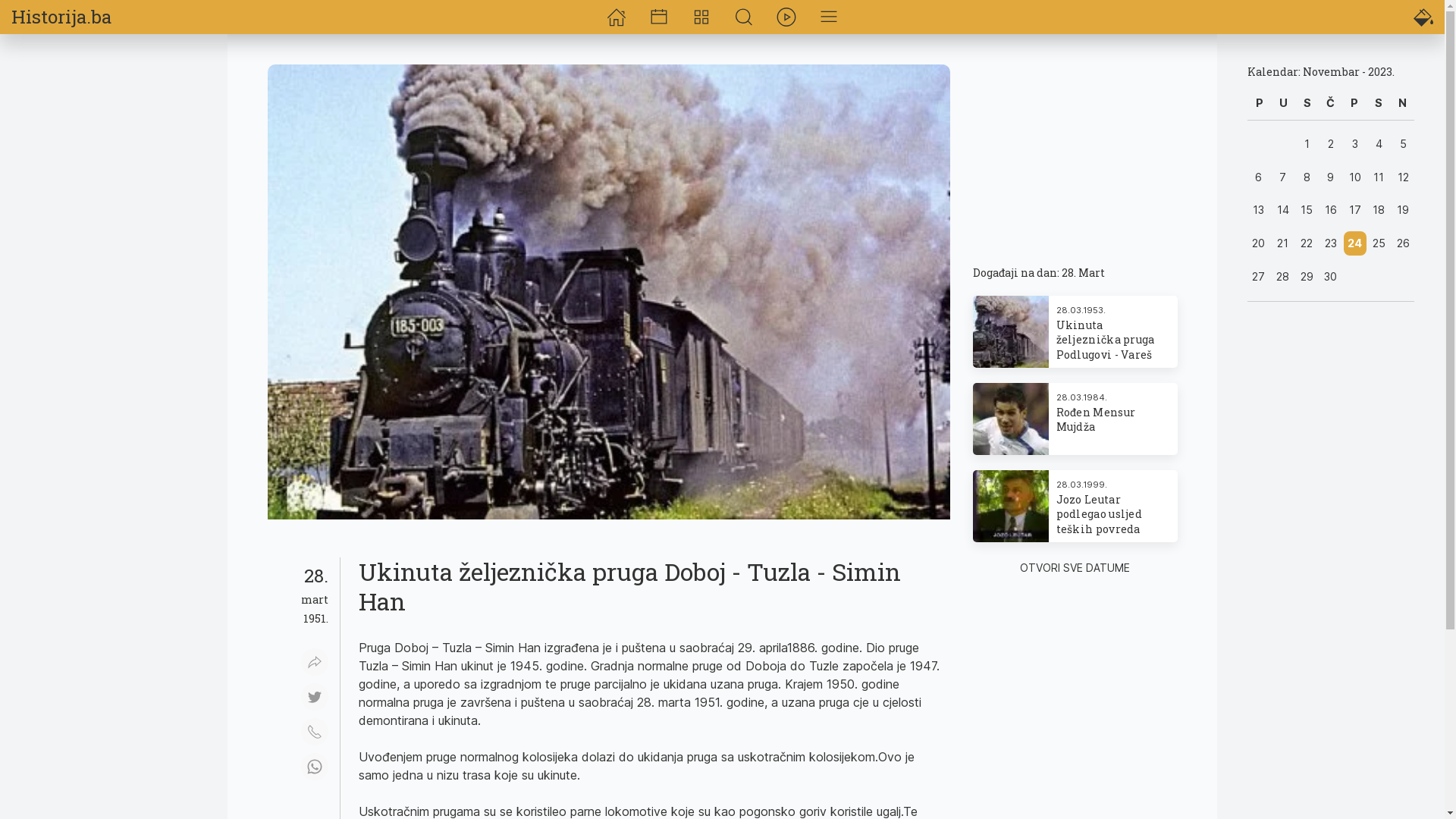 This screenshot has height=819, width=1456. What do you see at coordinates (61, 17) in the screenshot?
I see `'Historija.ba'` at bounding box center [61, 17].